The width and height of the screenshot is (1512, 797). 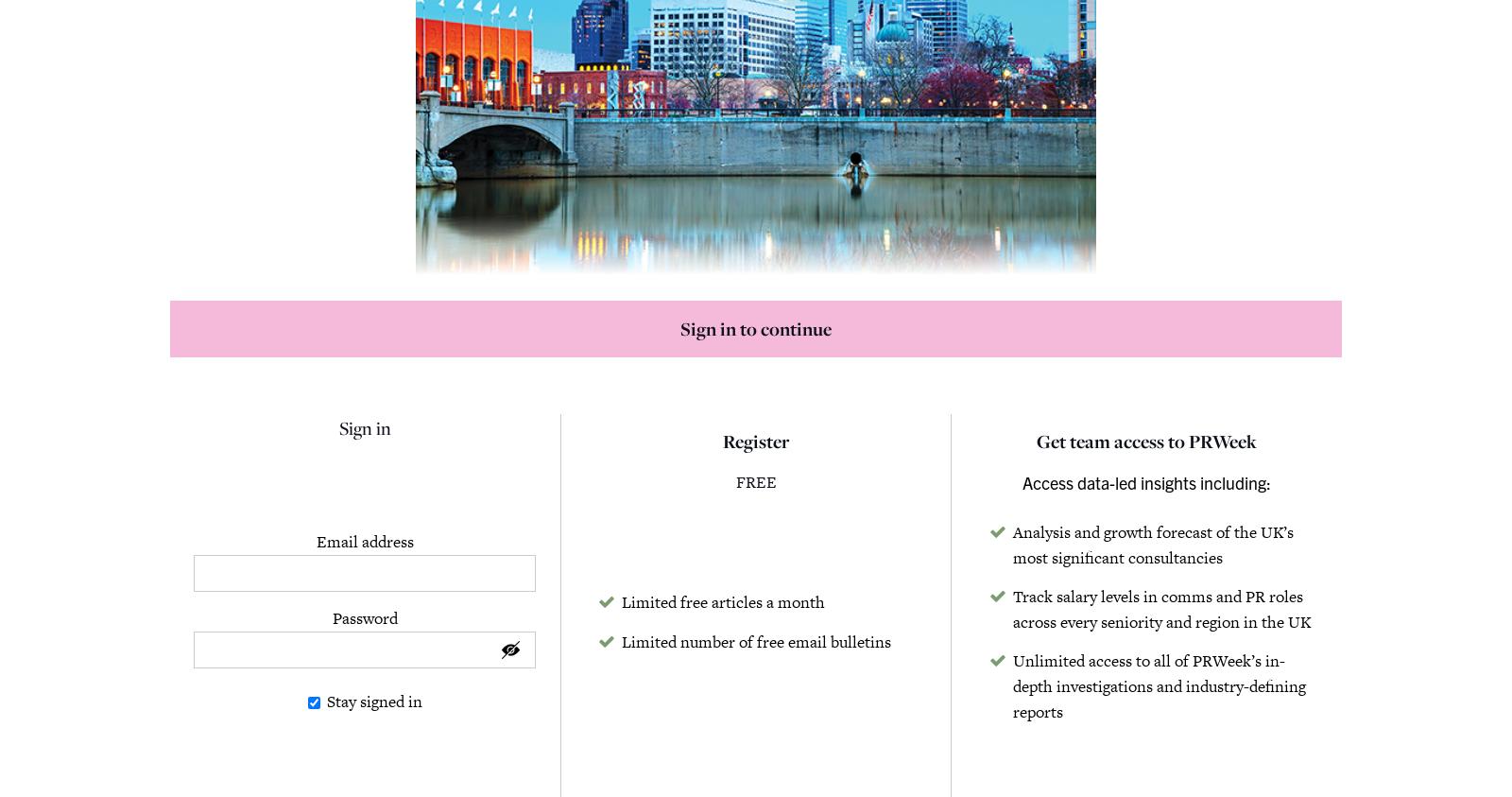 What do you see at coordinates (1145, 442) in the screenshot?
I see `'Get team access to PRWeek'` at bounding box center [1145, 442].